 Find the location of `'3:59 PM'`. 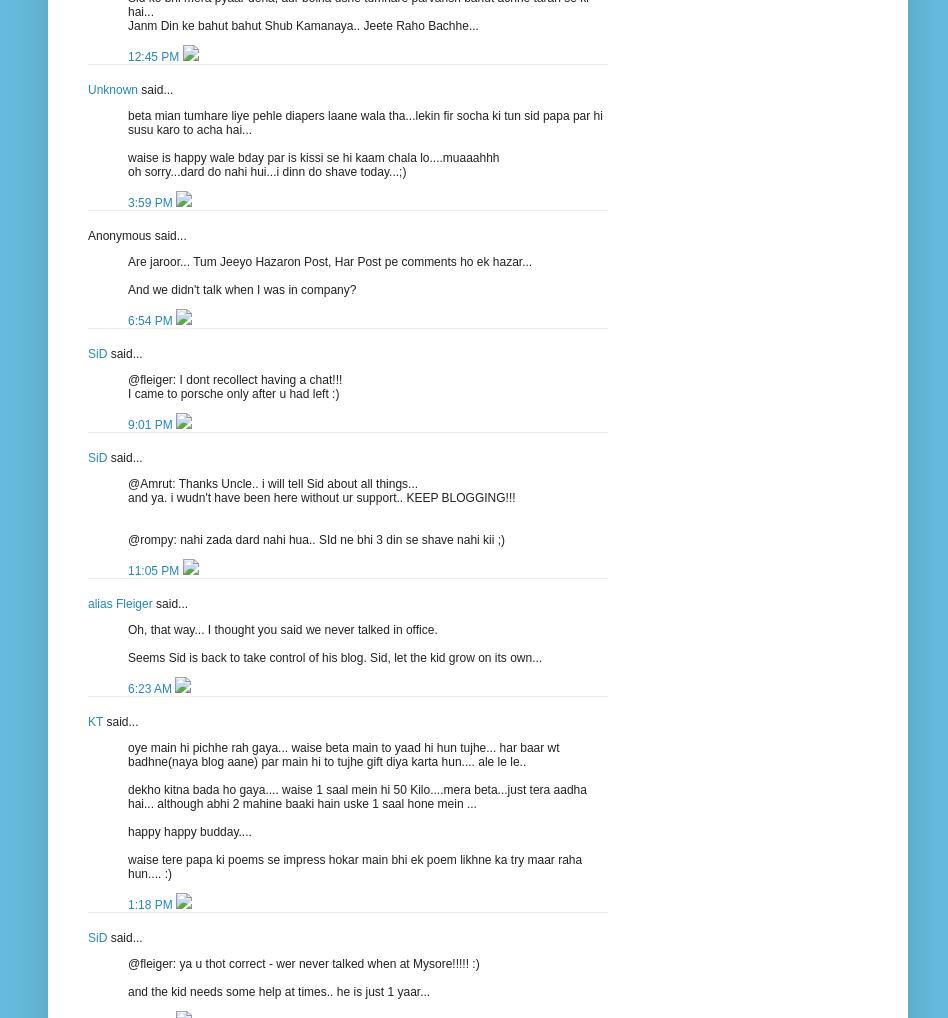

'3:59 PM' is located at coordinates (150, 201).